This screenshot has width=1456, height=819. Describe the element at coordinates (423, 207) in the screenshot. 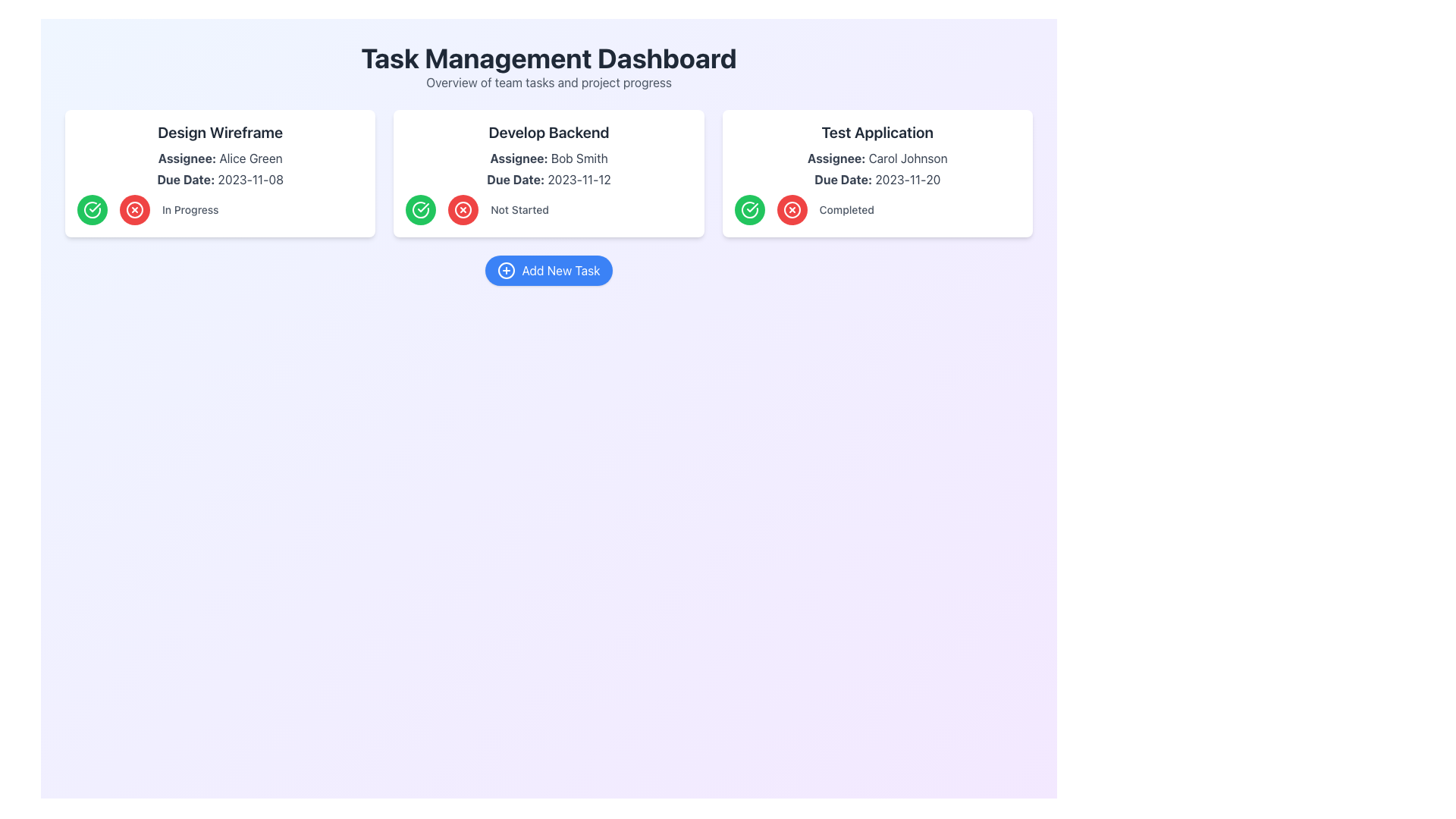

I see `the Checkmark Icon in the 'Develop Backend' task card, which is styled with a green stroke and located next to the red cross icon` at that location.